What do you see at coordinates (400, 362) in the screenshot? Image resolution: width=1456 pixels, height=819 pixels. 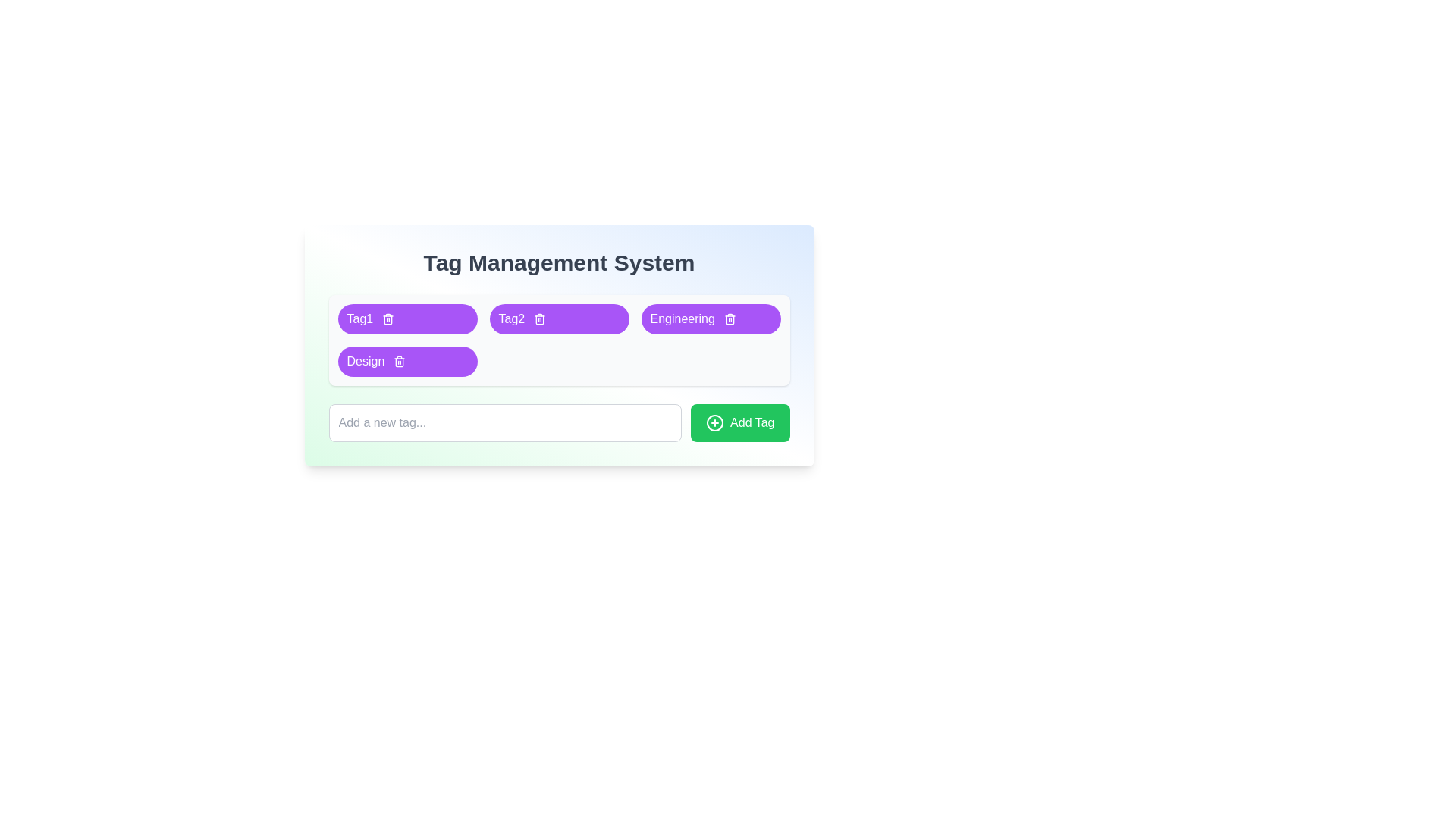 I see `the trash bin icon button located to the right of the 'Design' text in the fourth tag pill of the second row` at bounding box center [400, 362].